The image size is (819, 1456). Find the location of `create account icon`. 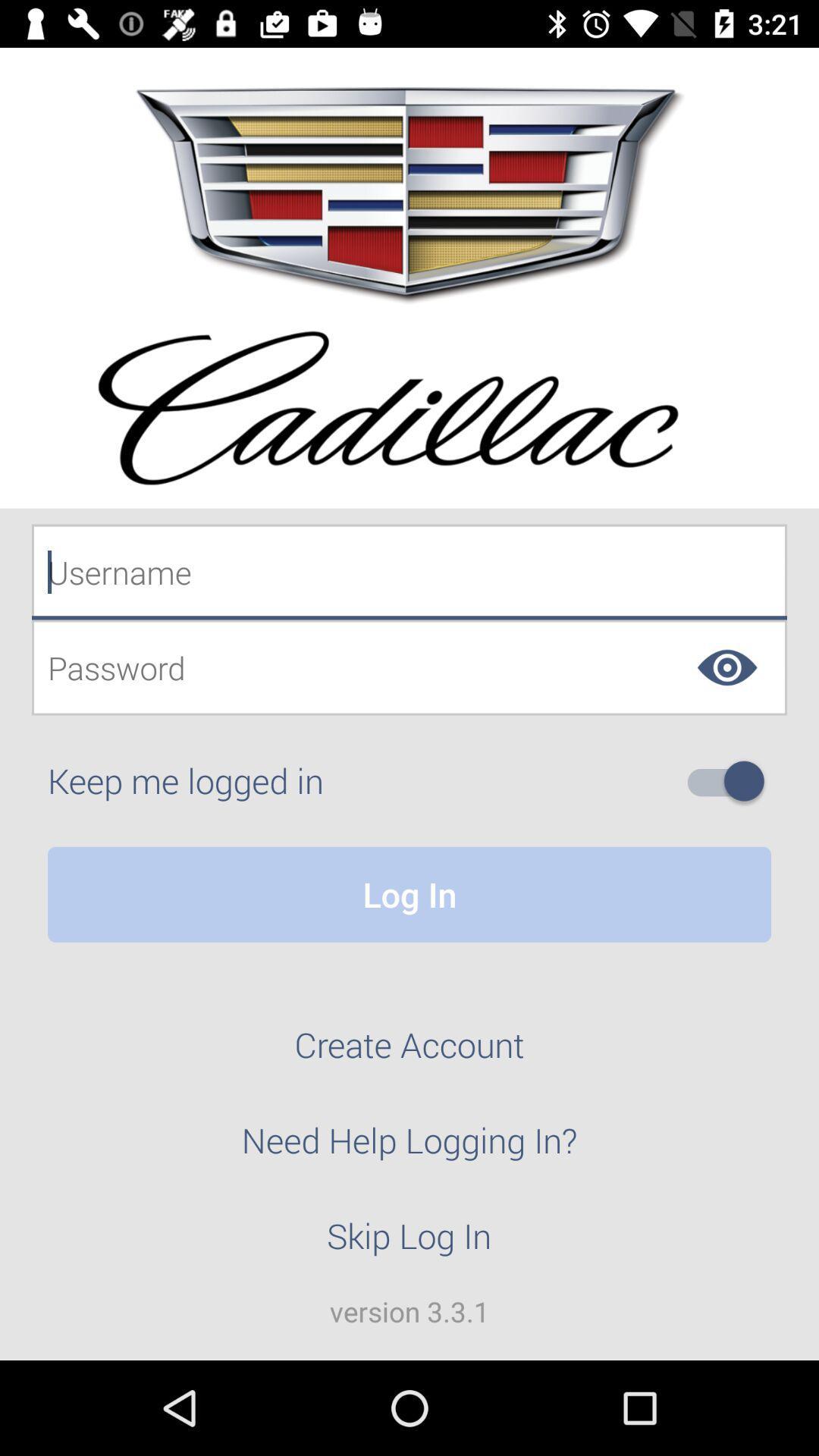

create account icon is located at coordinates (409, 1053).